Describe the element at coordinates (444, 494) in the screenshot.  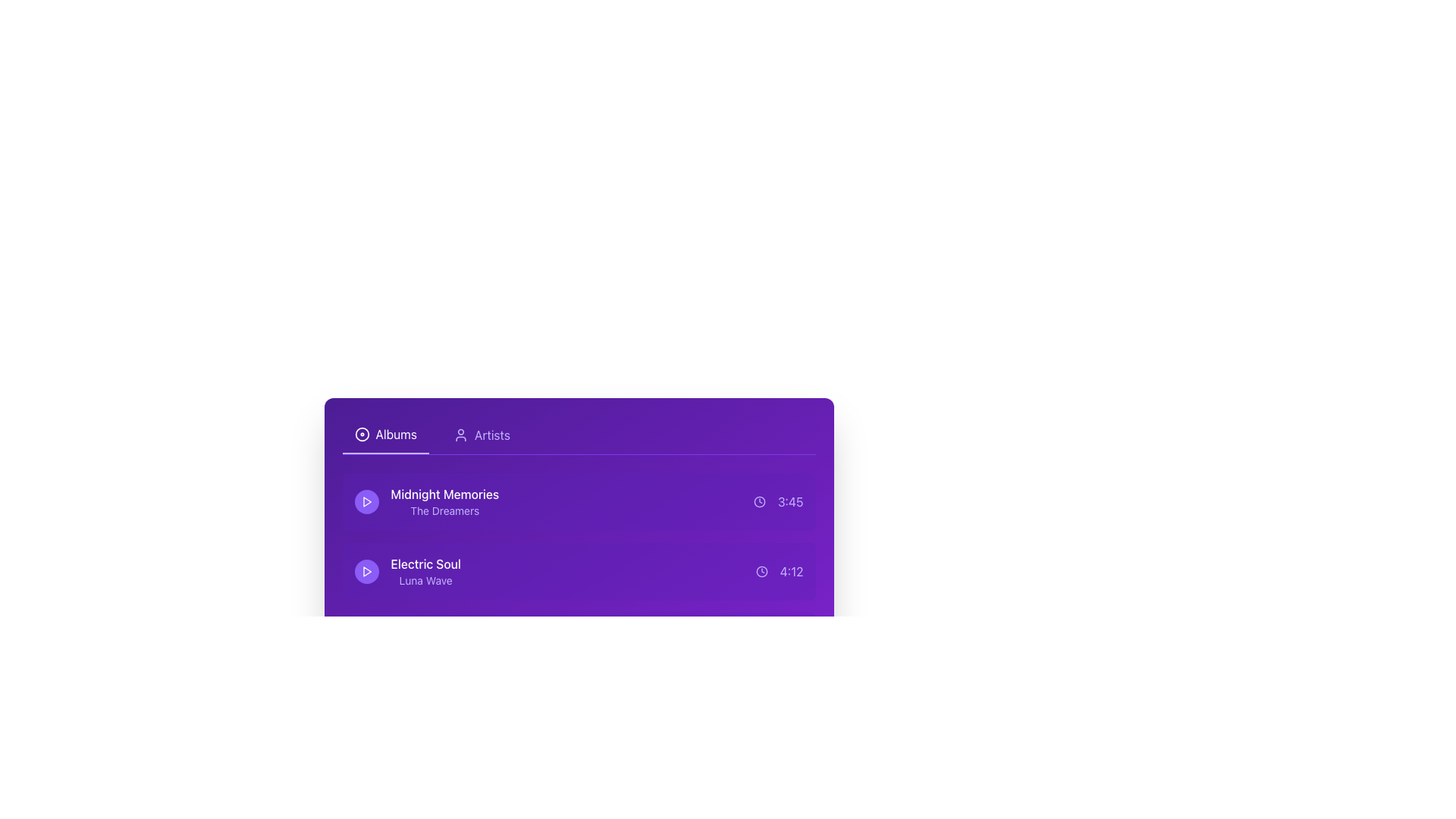
I see `the primary title text label for the music track, which is centrally aligned above the text 'The Dreamers' in the music track list` at that location.